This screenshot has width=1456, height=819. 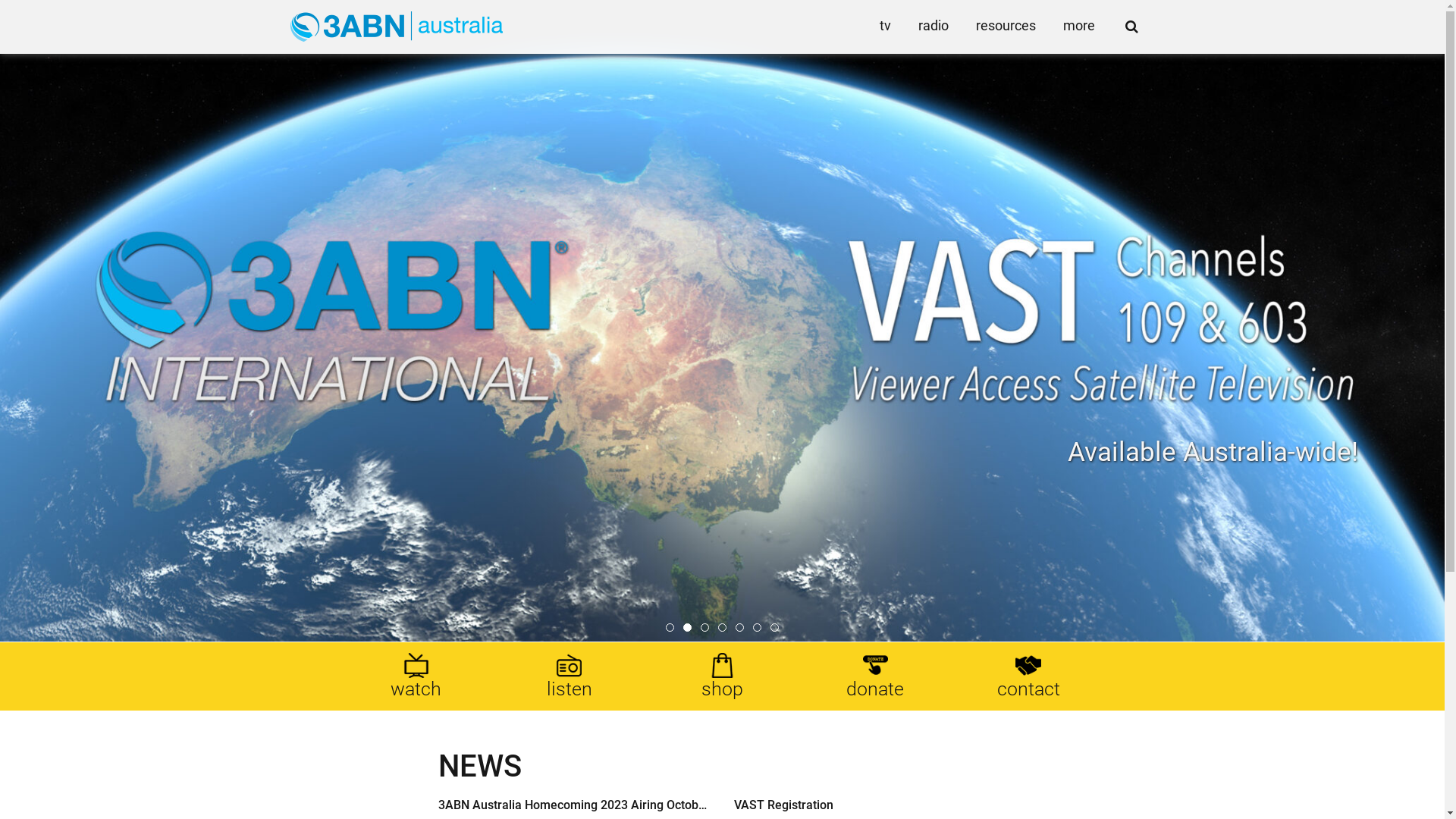 I want to click on 'shop', so click(x=722, y=675).